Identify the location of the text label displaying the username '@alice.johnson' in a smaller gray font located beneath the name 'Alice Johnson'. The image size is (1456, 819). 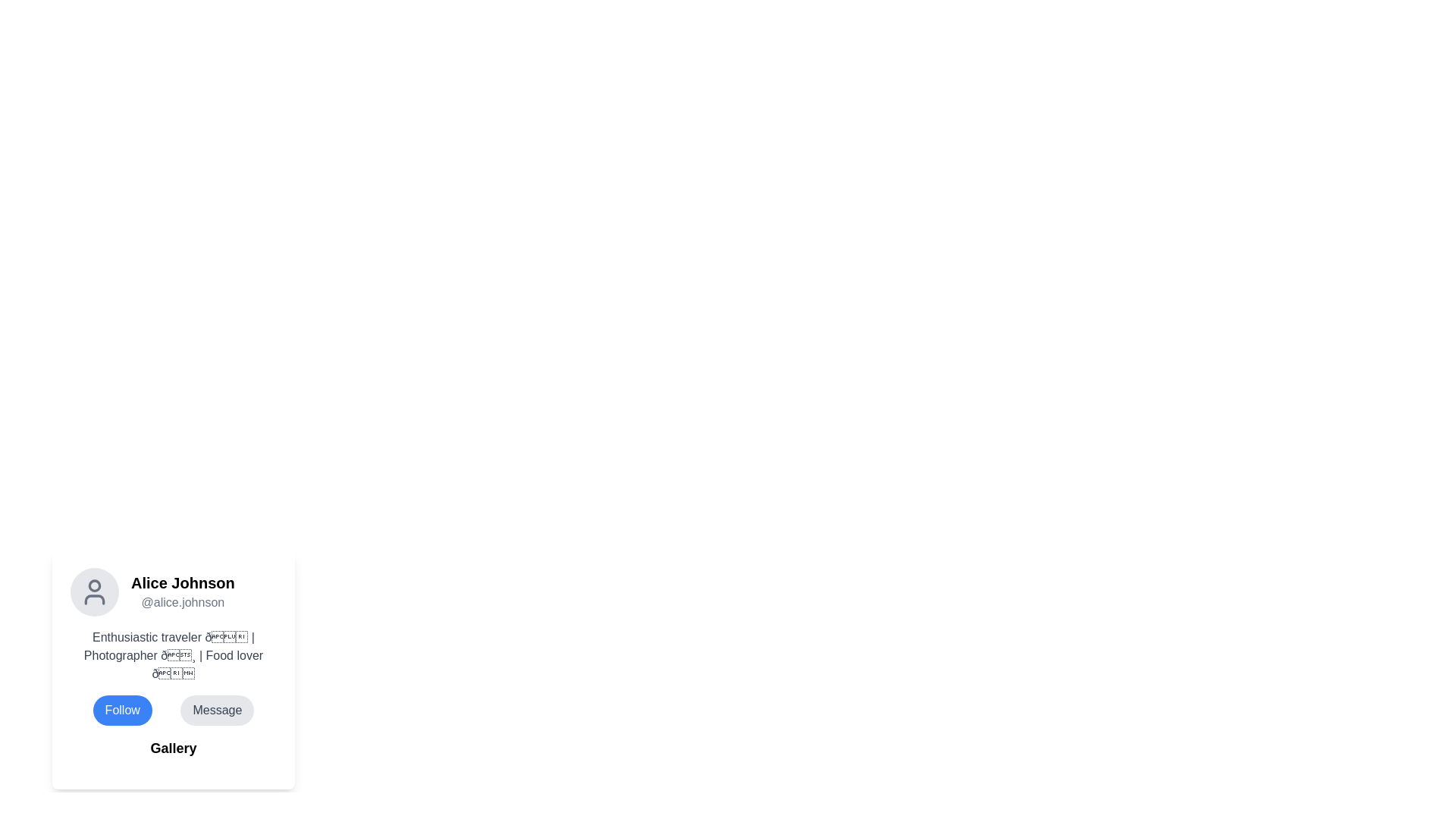
(182, 601).